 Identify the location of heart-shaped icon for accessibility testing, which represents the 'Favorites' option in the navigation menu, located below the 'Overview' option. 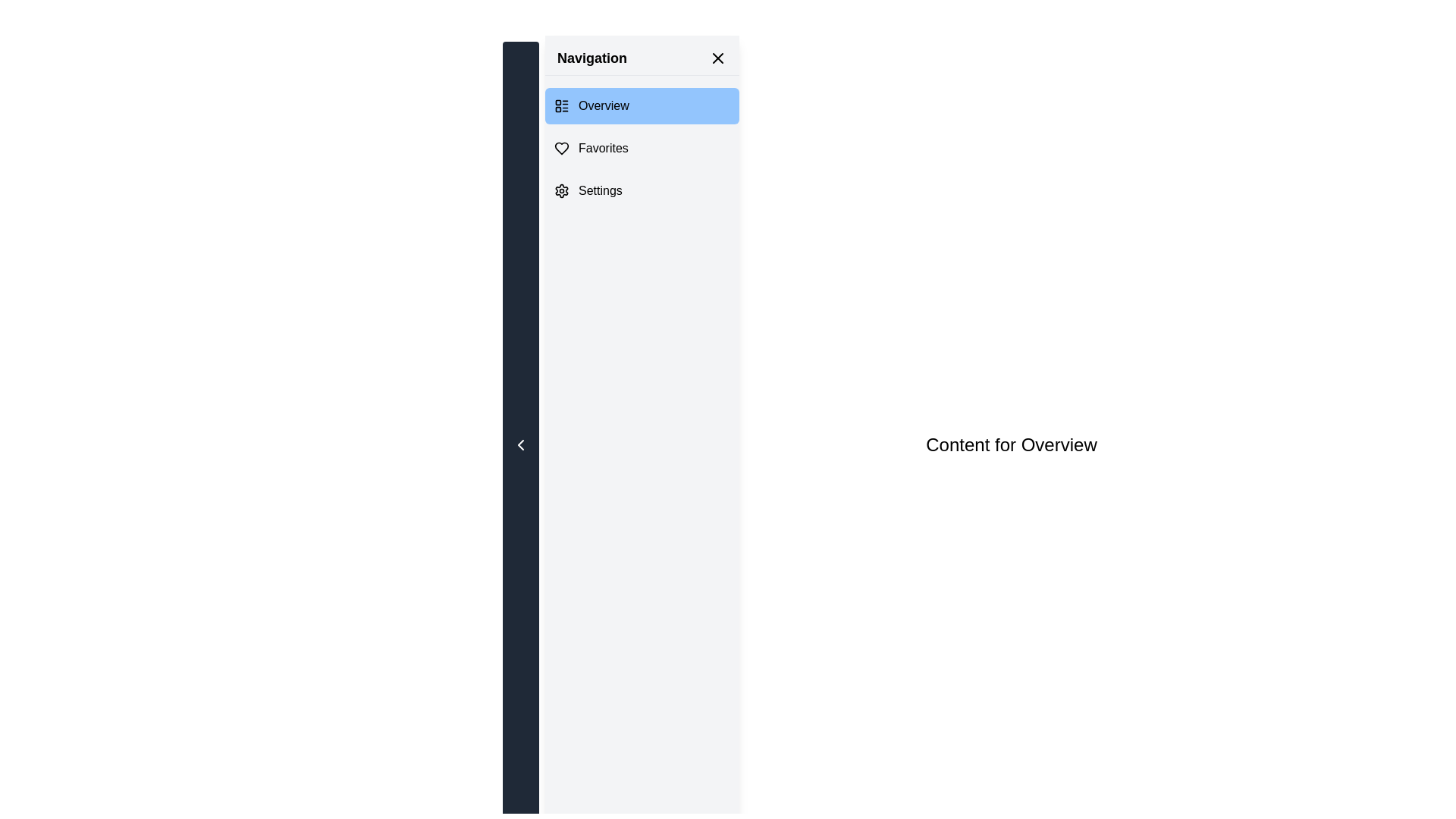
(560, 149).